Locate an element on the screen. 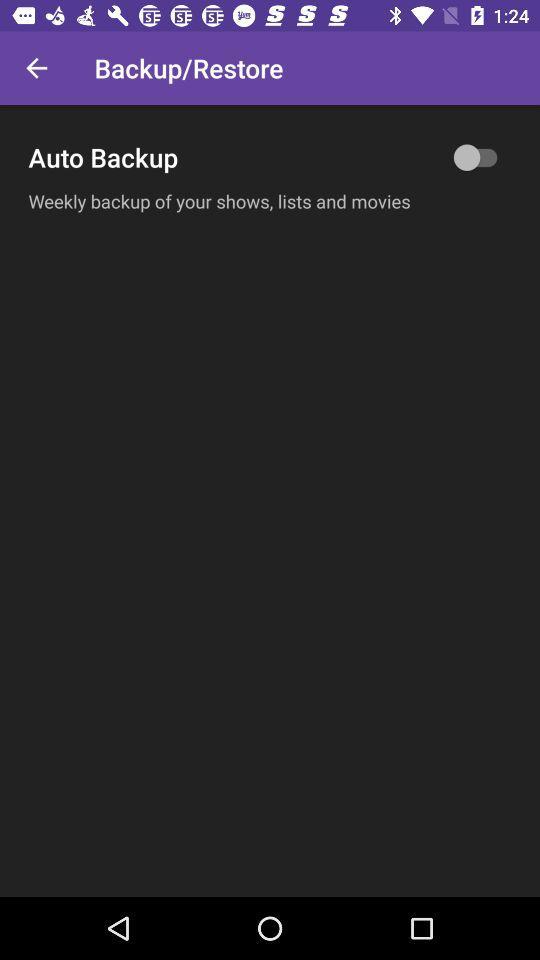  item to the left of backup/restore icon is located at coordinates (36, 68).